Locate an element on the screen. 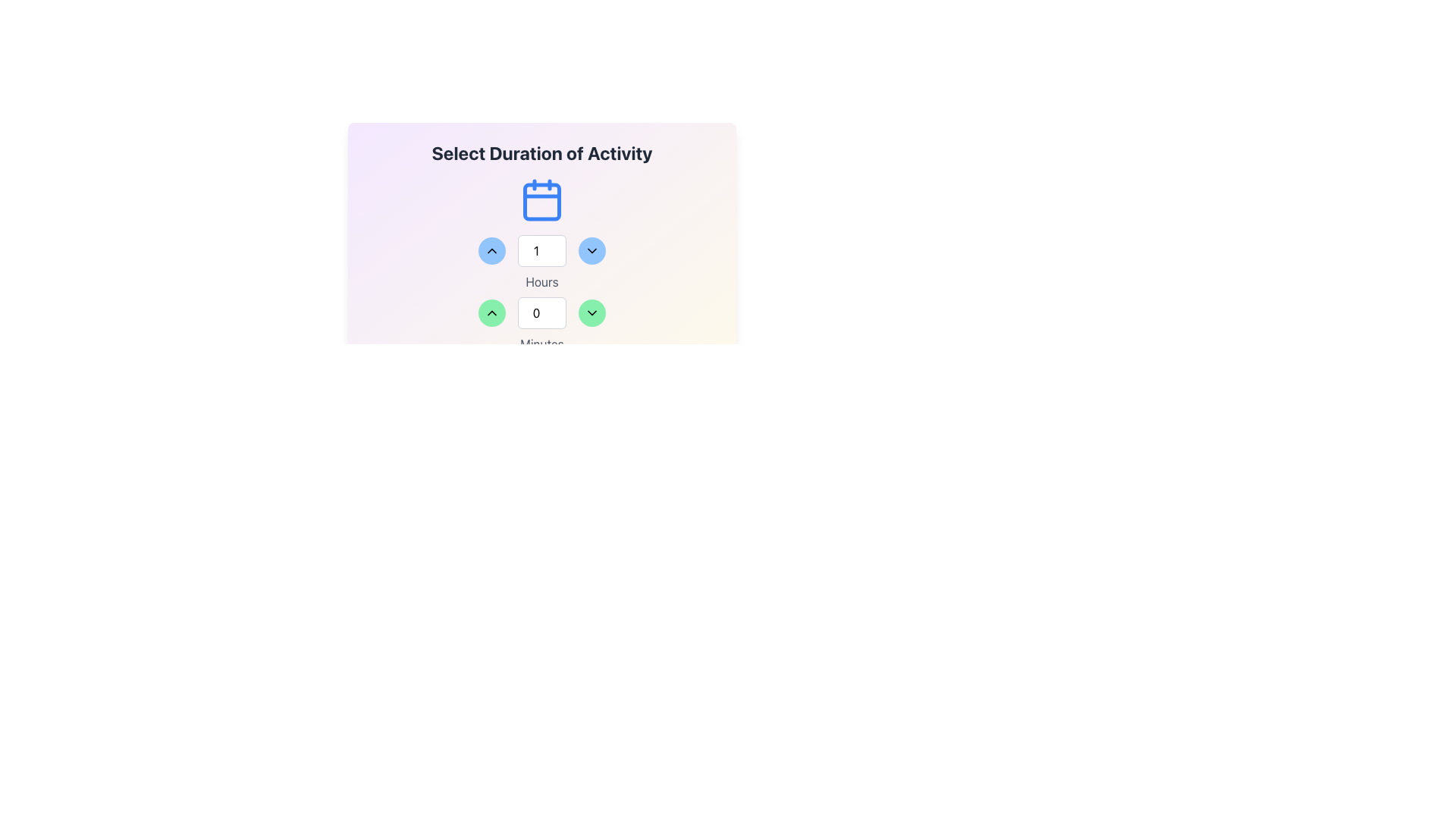 Image resolution: width=1456 pixels, height=819 pixels. the downward chevron icon embedded within the circular green button located to the right of the 'Minutes' numeric field is located at coordinates (591, 312).